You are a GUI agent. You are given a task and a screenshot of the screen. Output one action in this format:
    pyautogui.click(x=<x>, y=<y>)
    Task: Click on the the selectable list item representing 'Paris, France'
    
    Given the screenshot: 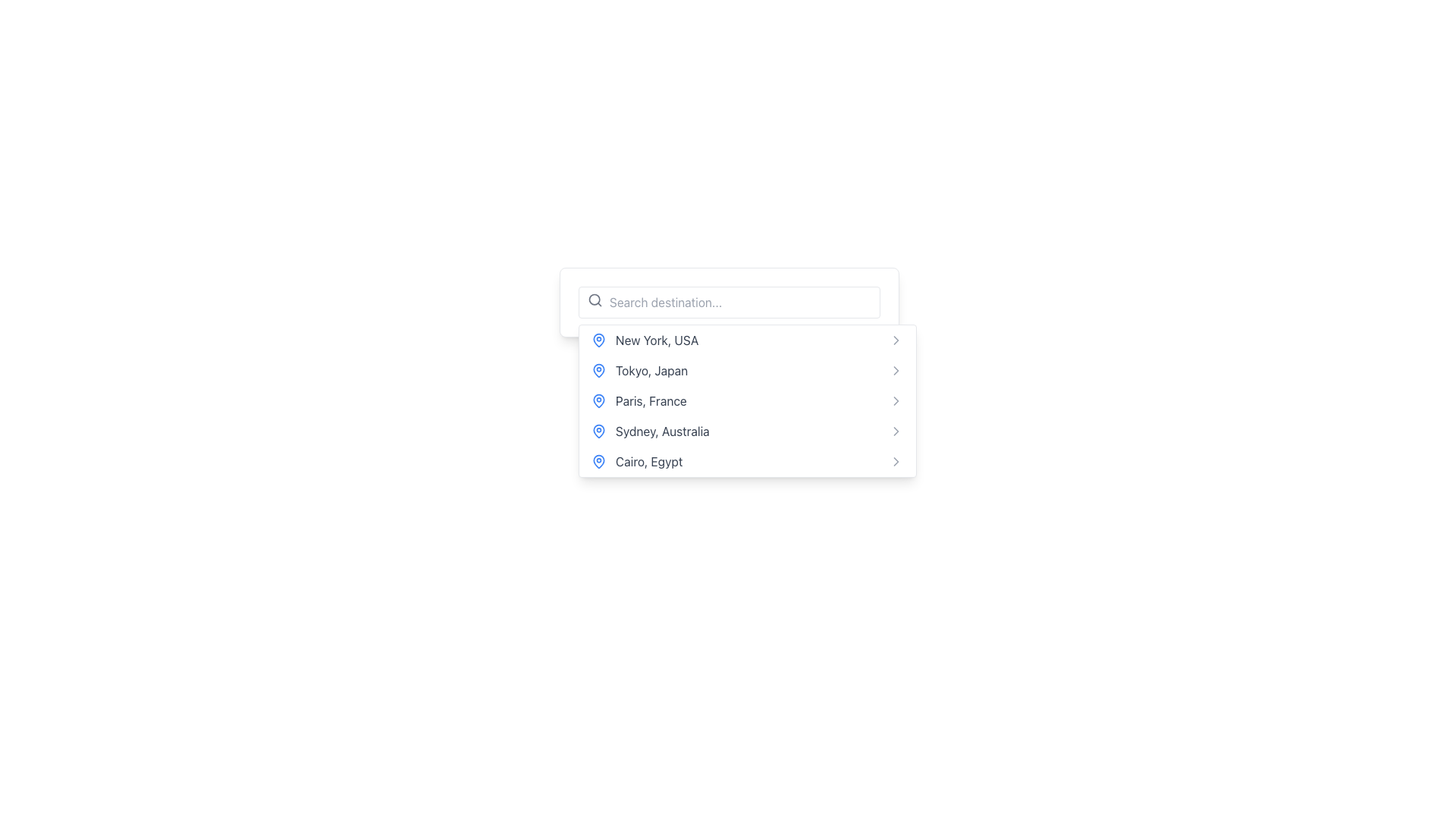 What is the action you would take?
    pyautogui.click(x=747, y=400)
    